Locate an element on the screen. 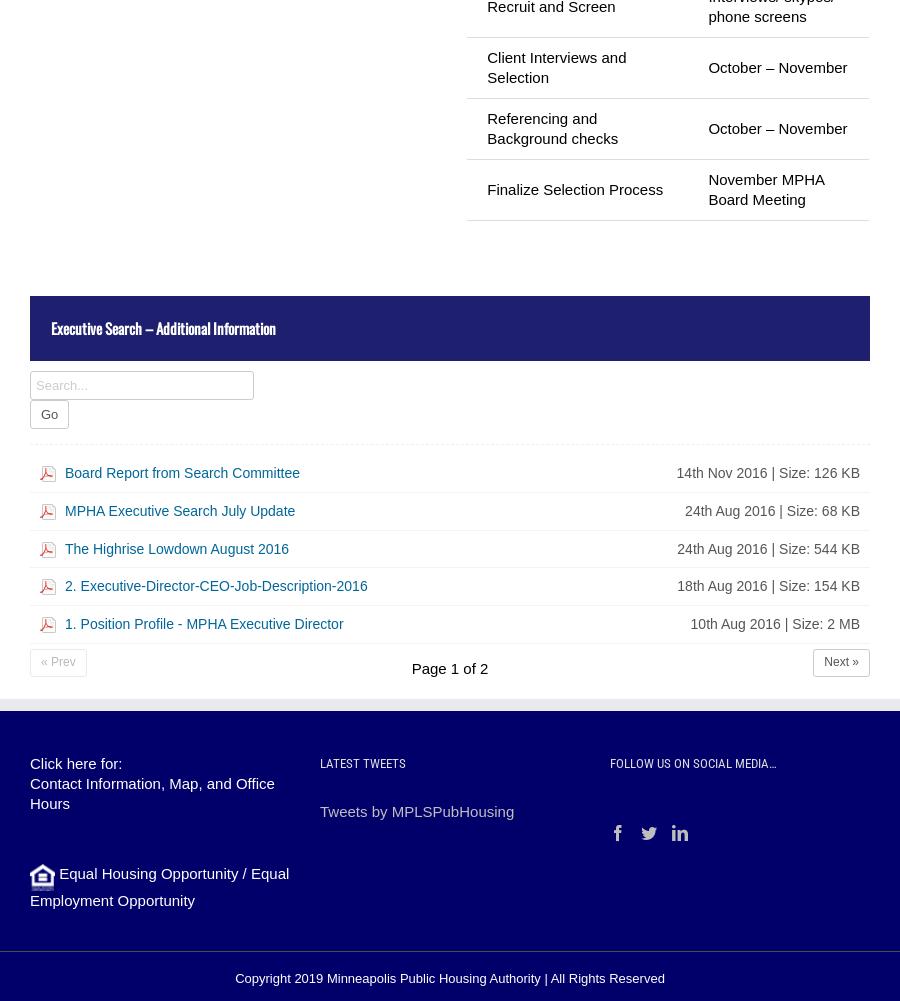 The image size is (900, 1001). 'Tweets by MPLSPubHousing' is located at coordinates (317, 809).